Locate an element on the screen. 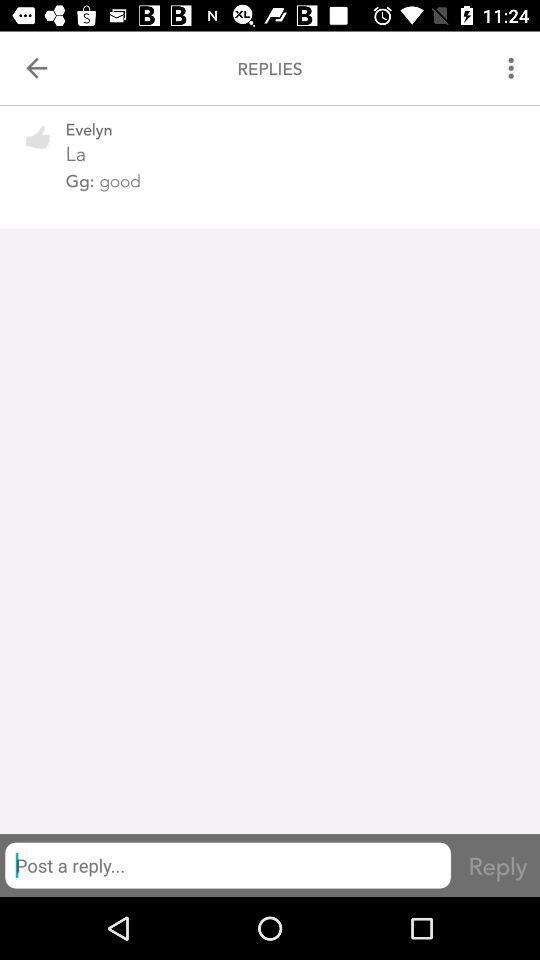 The height and width of the screenshot is (960, 540). item below gg: good is located at coordinates (226, 864).